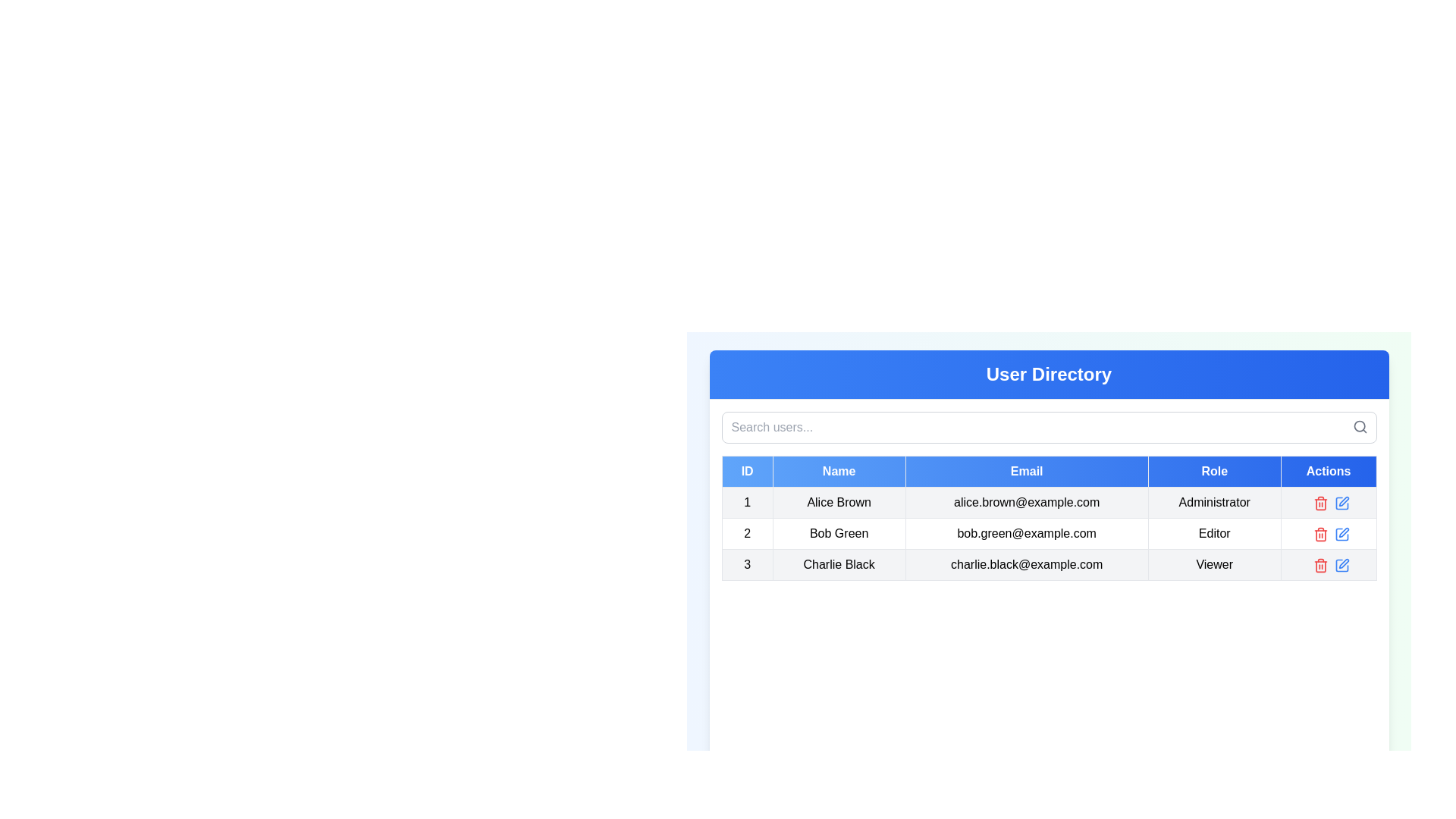  What do you see at coordinates (1320, 504) in the screenshot?
I see `the graphical representation of the delete action represented by the trash can icon in the 'Actions' column of the last row in the user table` at bounding box center [1320, 504].